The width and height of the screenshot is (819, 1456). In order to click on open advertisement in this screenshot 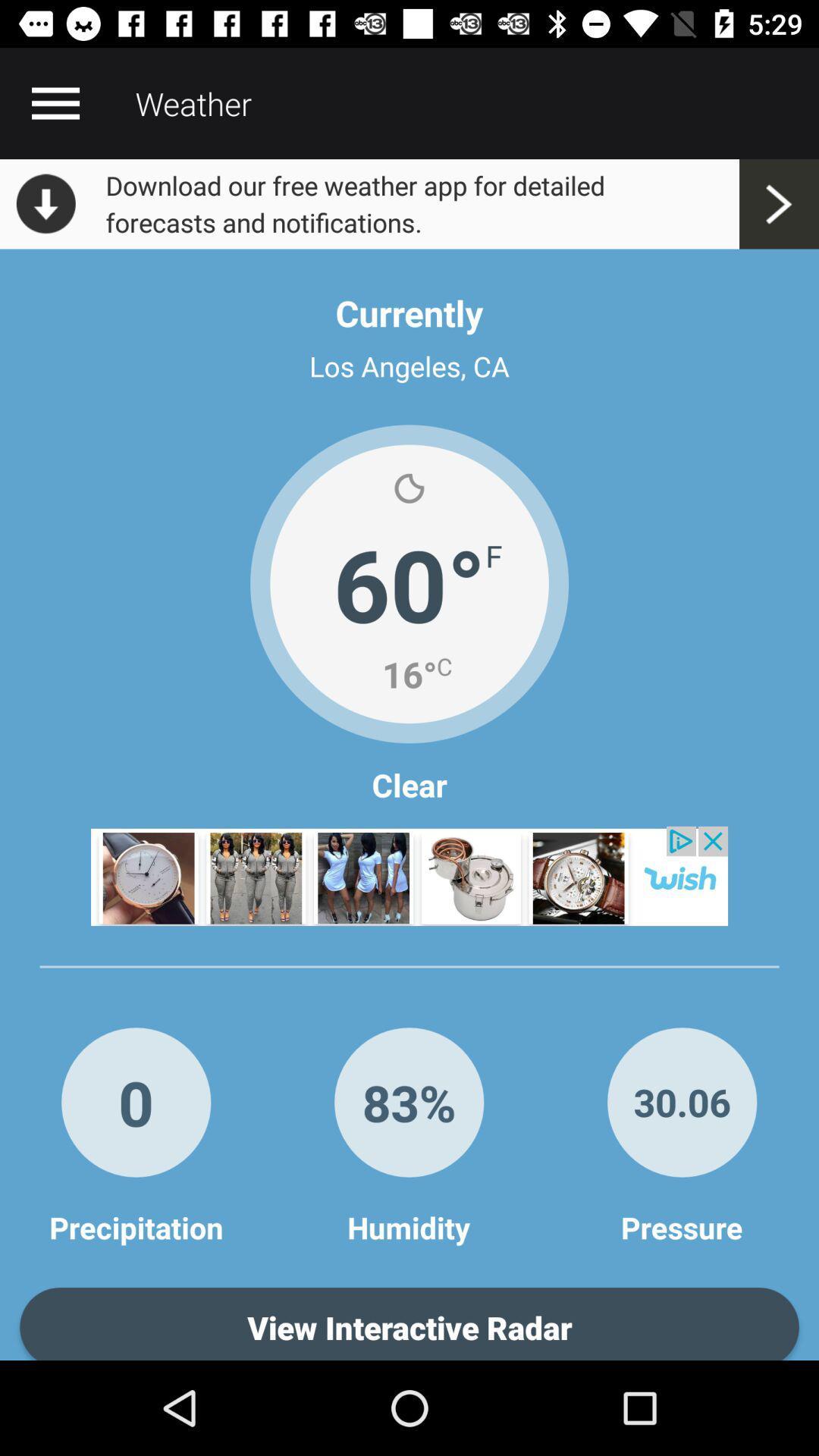, I will do `click(409, 876)`.